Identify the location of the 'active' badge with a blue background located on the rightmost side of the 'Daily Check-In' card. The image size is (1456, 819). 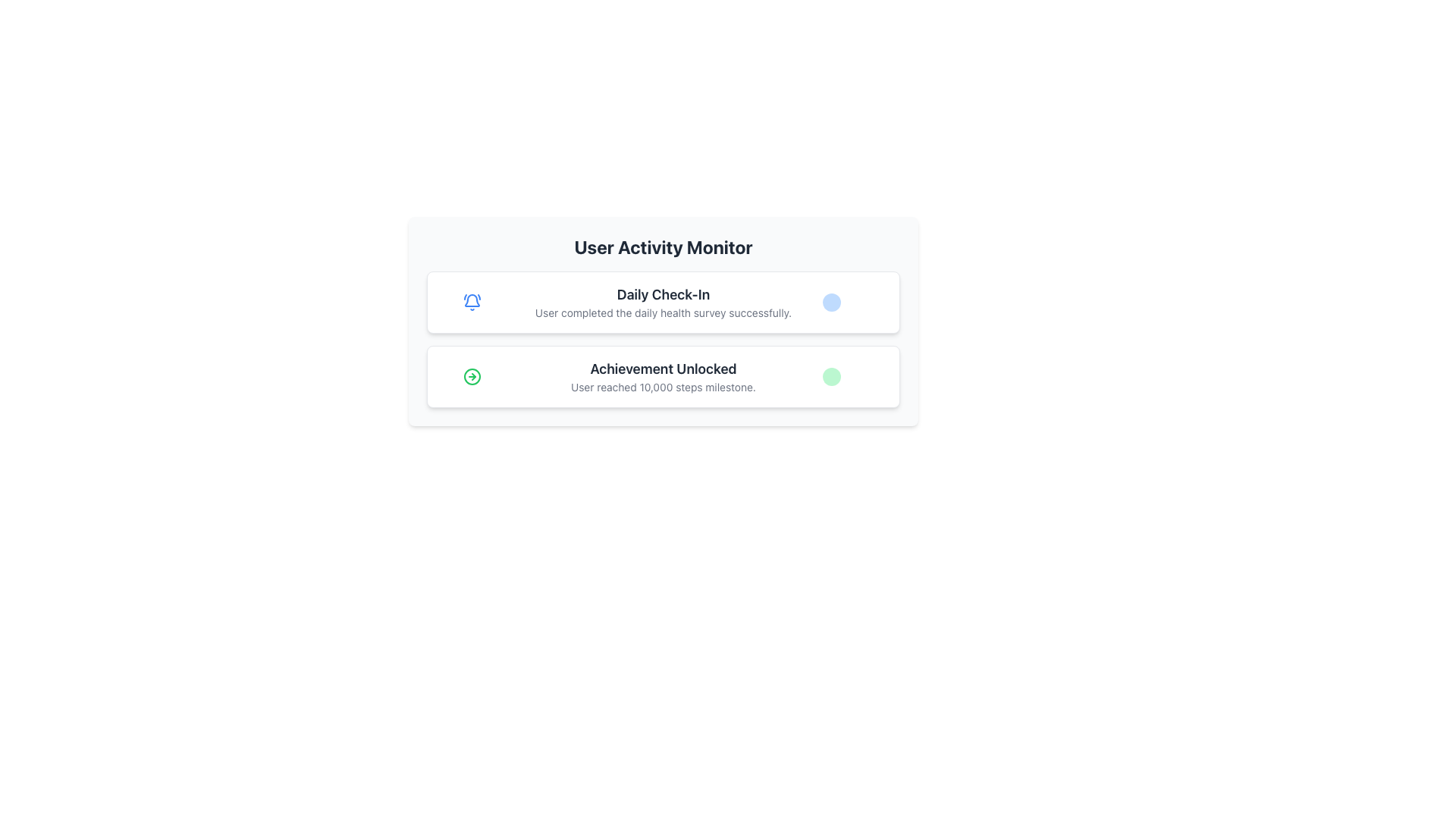
(855, 302).